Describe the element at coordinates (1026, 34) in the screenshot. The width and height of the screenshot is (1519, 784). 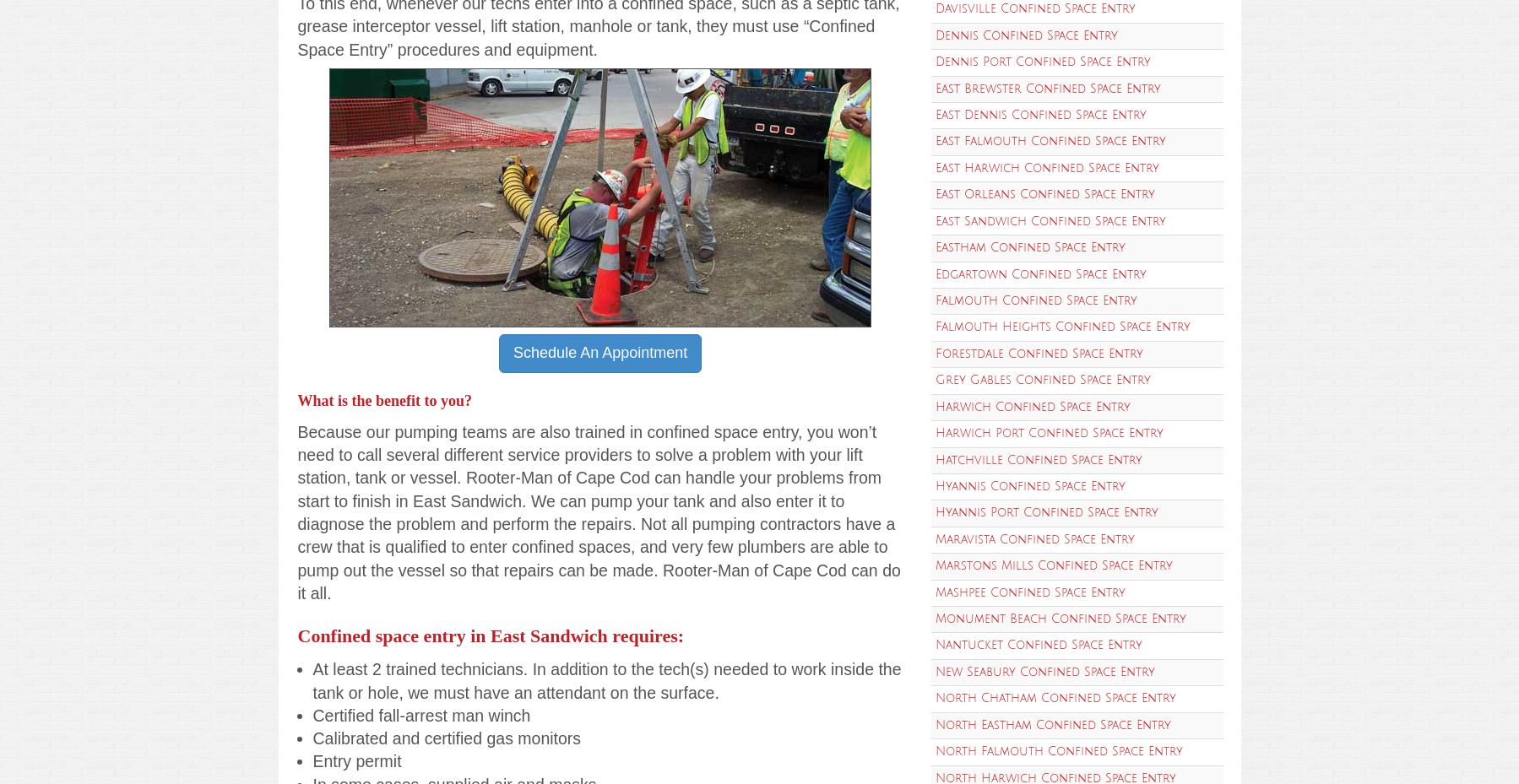
I see `'Dennis Confined Space Entry'` at that location.